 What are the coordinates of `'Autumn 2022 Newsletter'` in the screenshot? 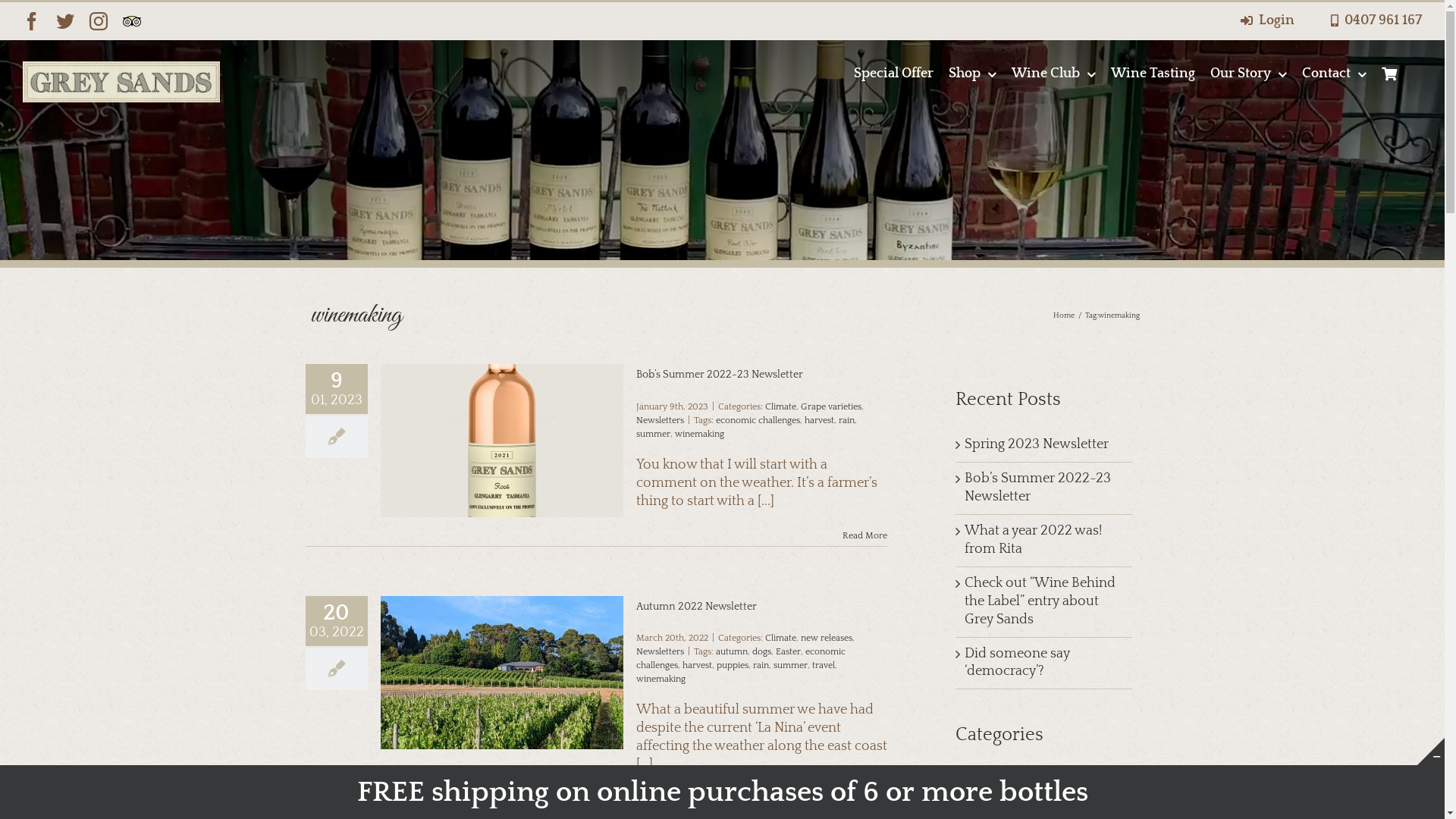 It's located at (695, 605).